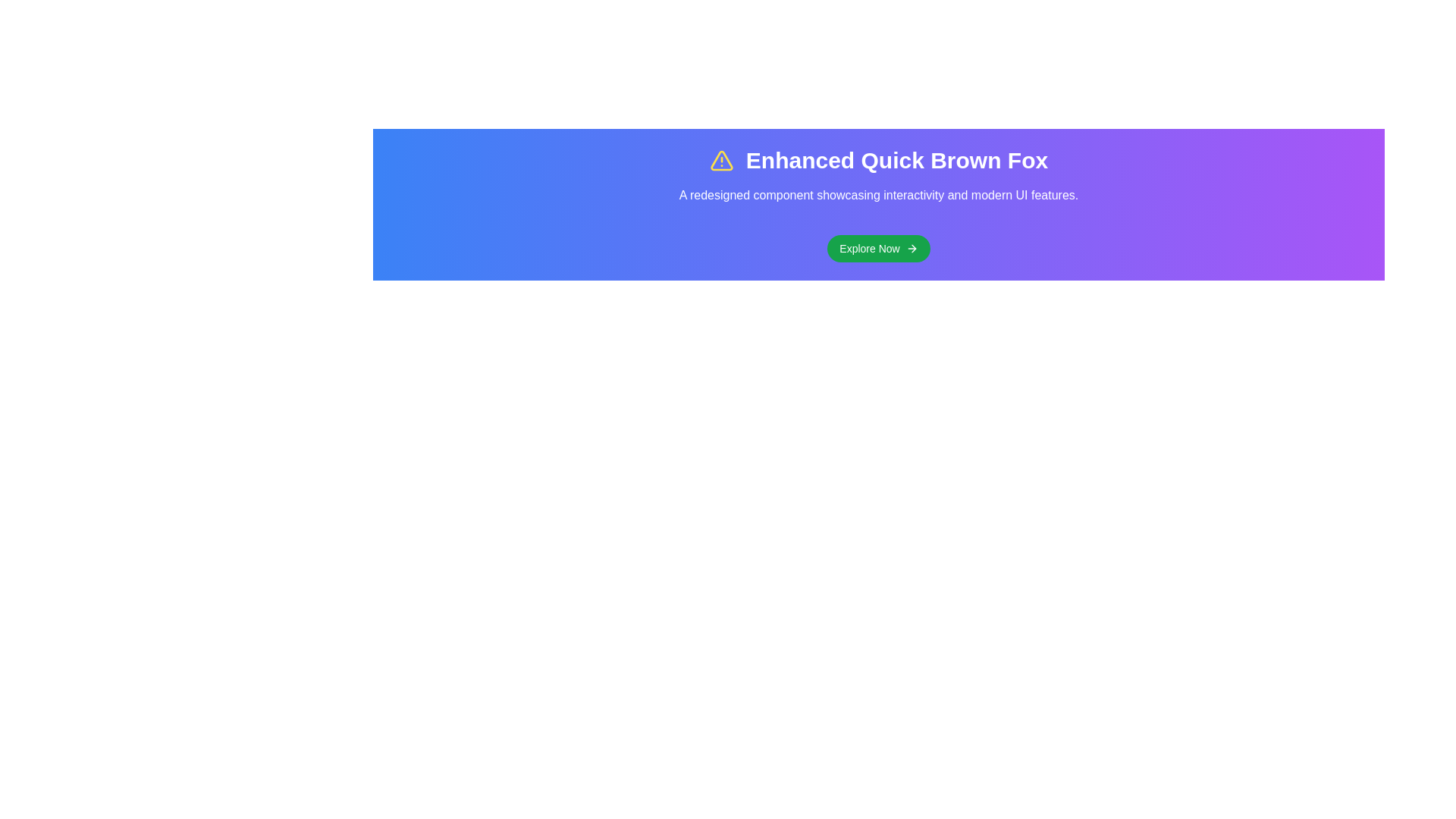  I want to click on the descriptive text label located below the title 'Enhanced Quick Brown Fox' and above the 'Explore Now' button in the main banner section, so click(878, 195).